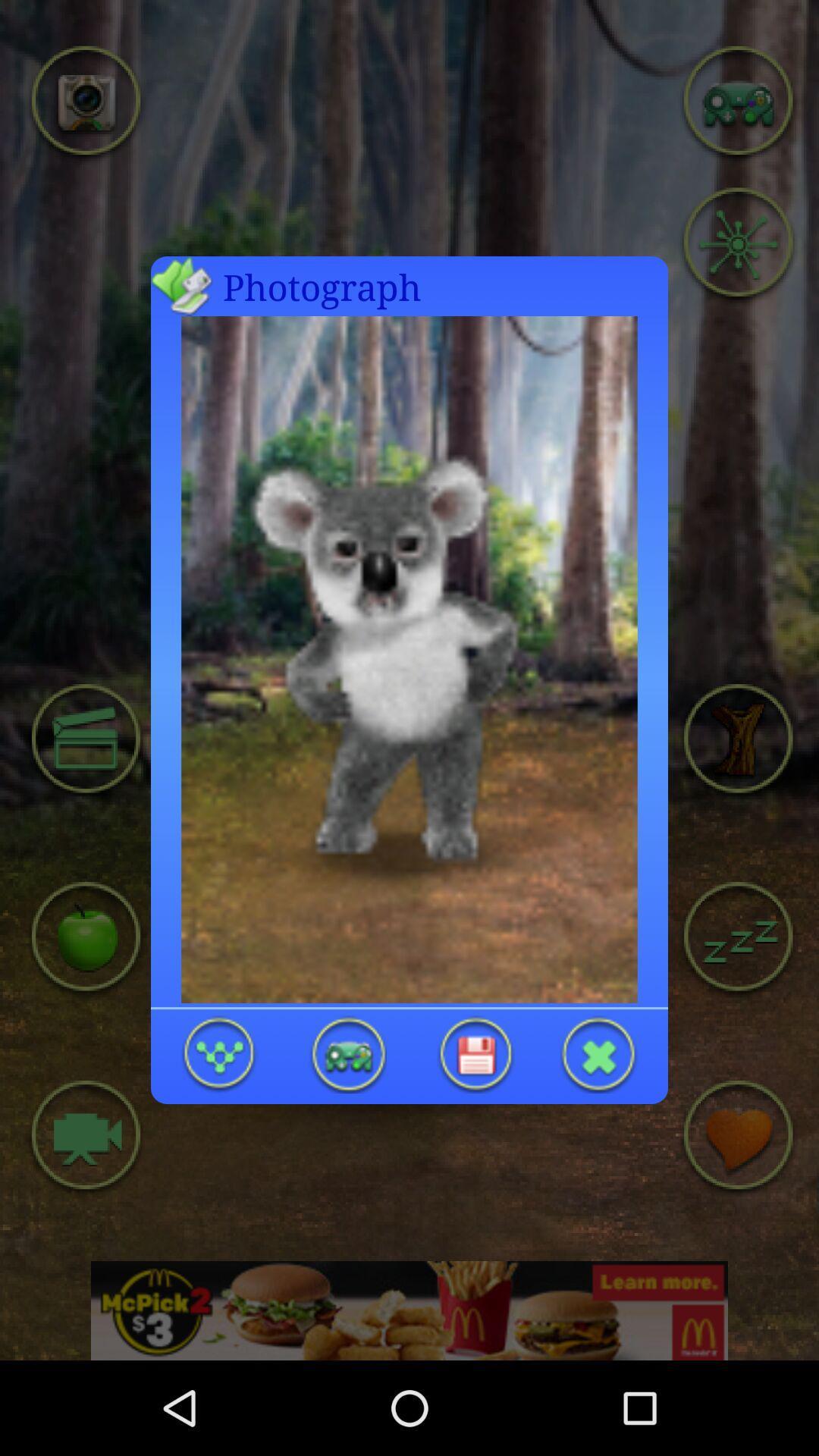  Describe the element at coordinates (598, 1053) in the screenshot. I see `opened photo` at that location.